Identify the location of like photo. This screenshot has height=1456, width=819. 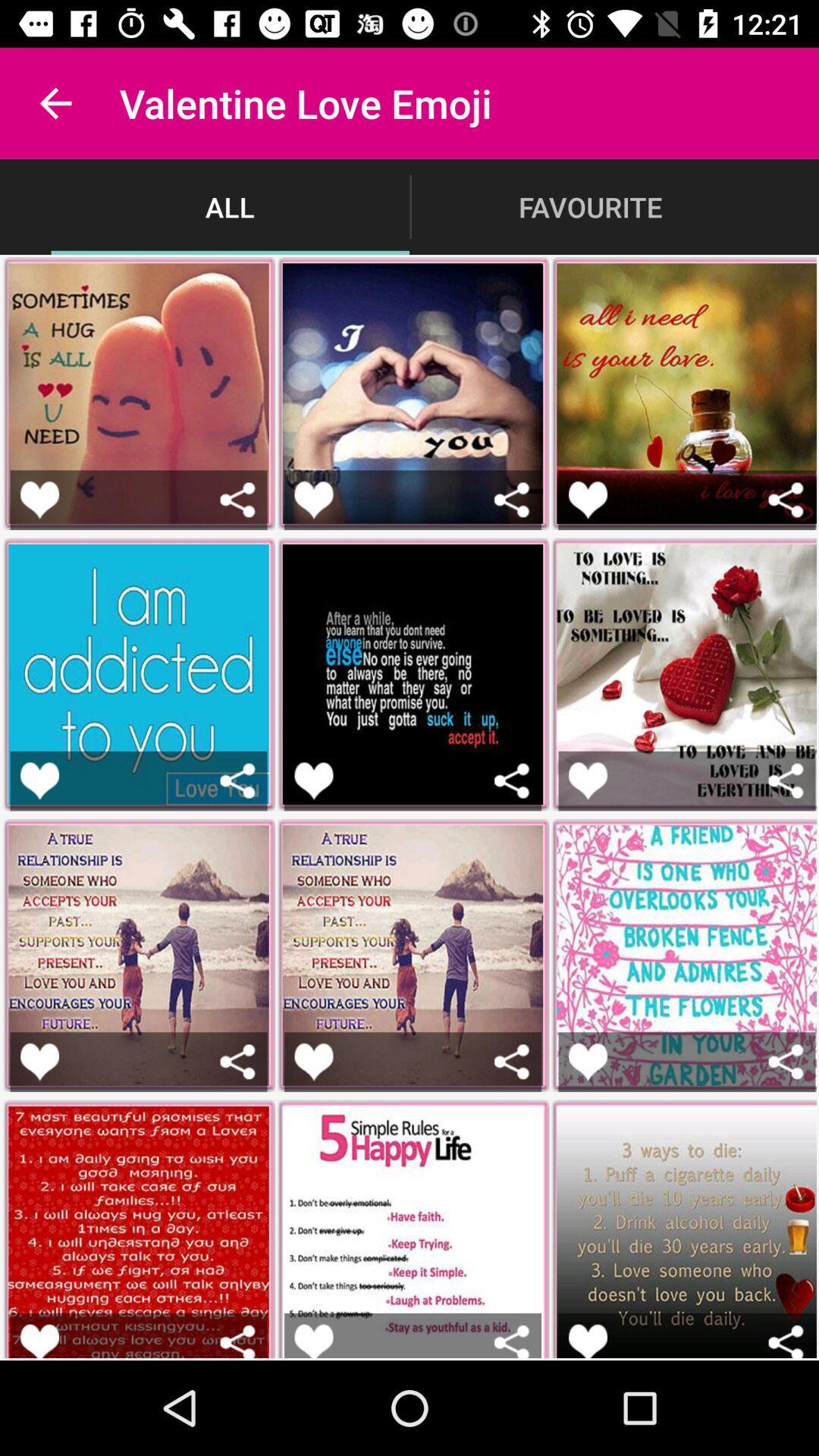
(587, 1061).